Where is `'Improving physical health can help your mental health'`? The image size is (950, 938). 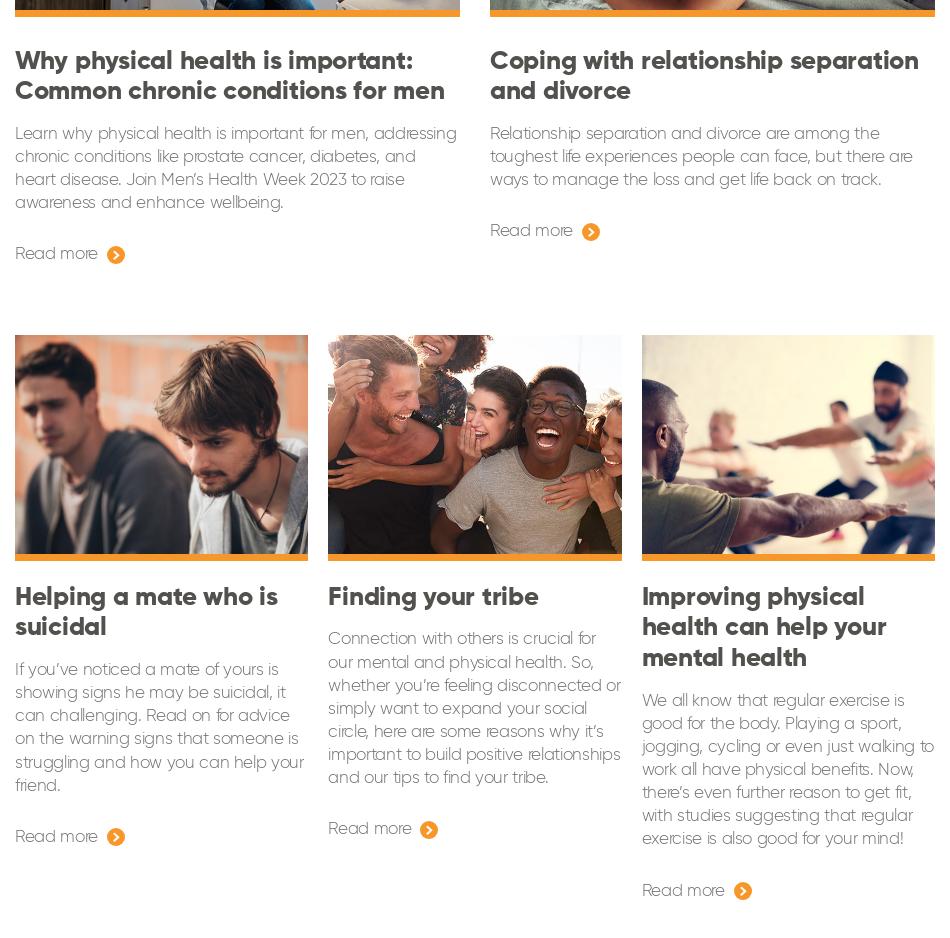 'Improving physical health can help your mental health' is located at coordinates (762, 627).